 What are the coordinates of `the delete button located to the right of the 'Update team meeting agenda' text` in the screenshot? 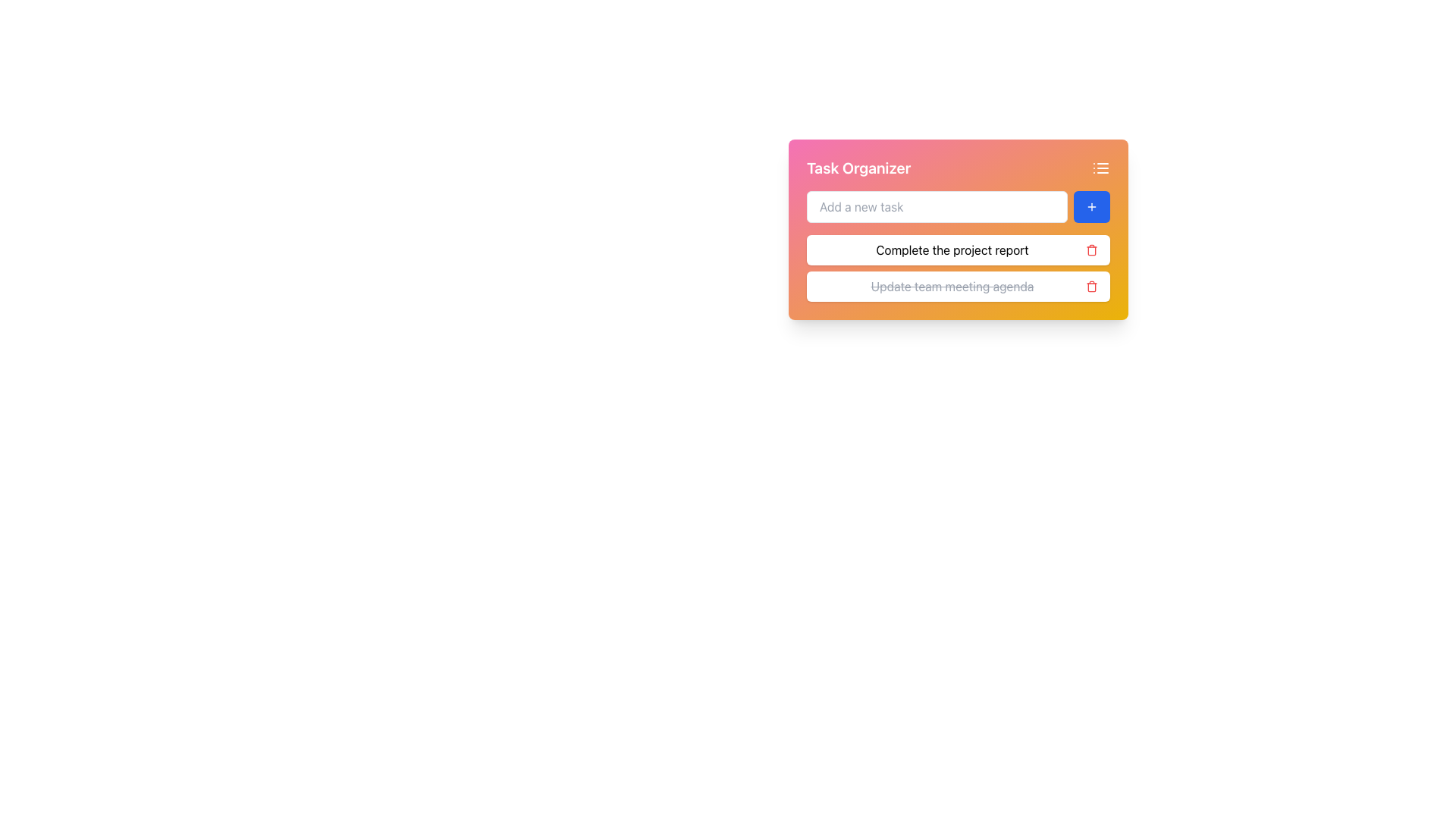 It's located at (1092, 287).